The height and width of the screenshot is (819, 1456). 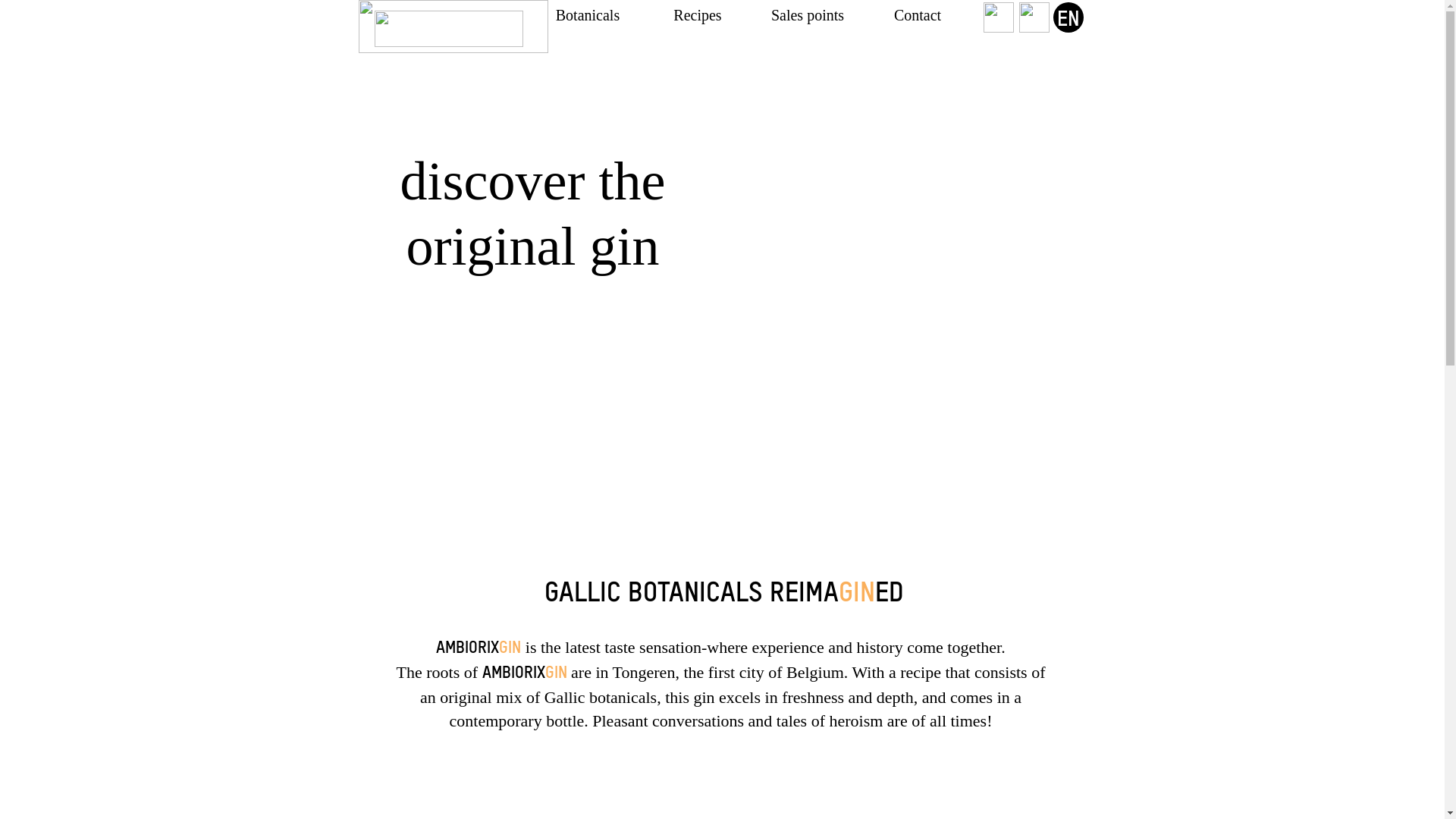 What do you see at coordinates (1066, 17) in the screenshot?
I see `'EN'` at bounding box center [1066, 17].